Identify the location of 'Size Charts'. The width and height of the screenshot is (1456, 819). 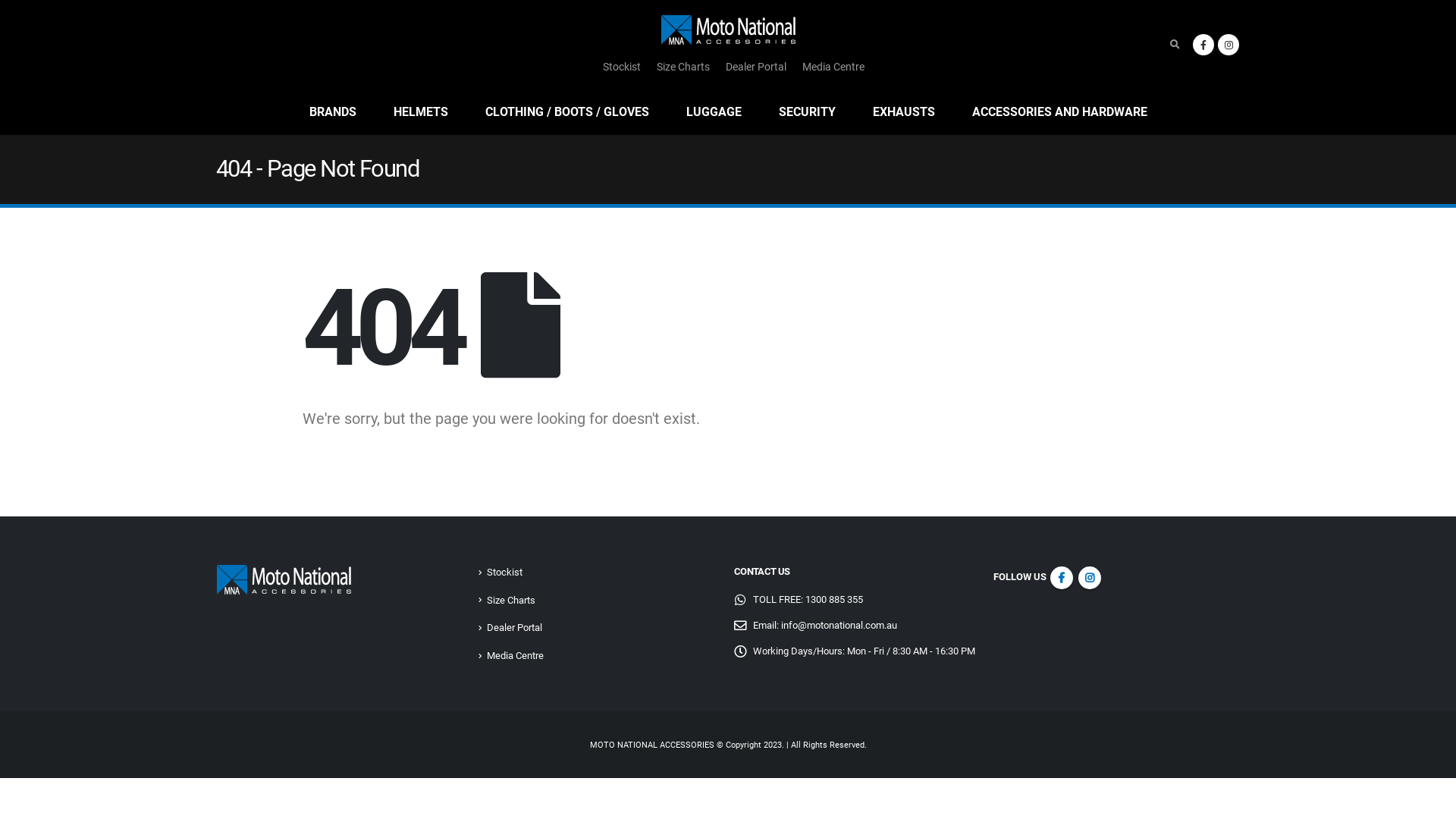
(682, 66).